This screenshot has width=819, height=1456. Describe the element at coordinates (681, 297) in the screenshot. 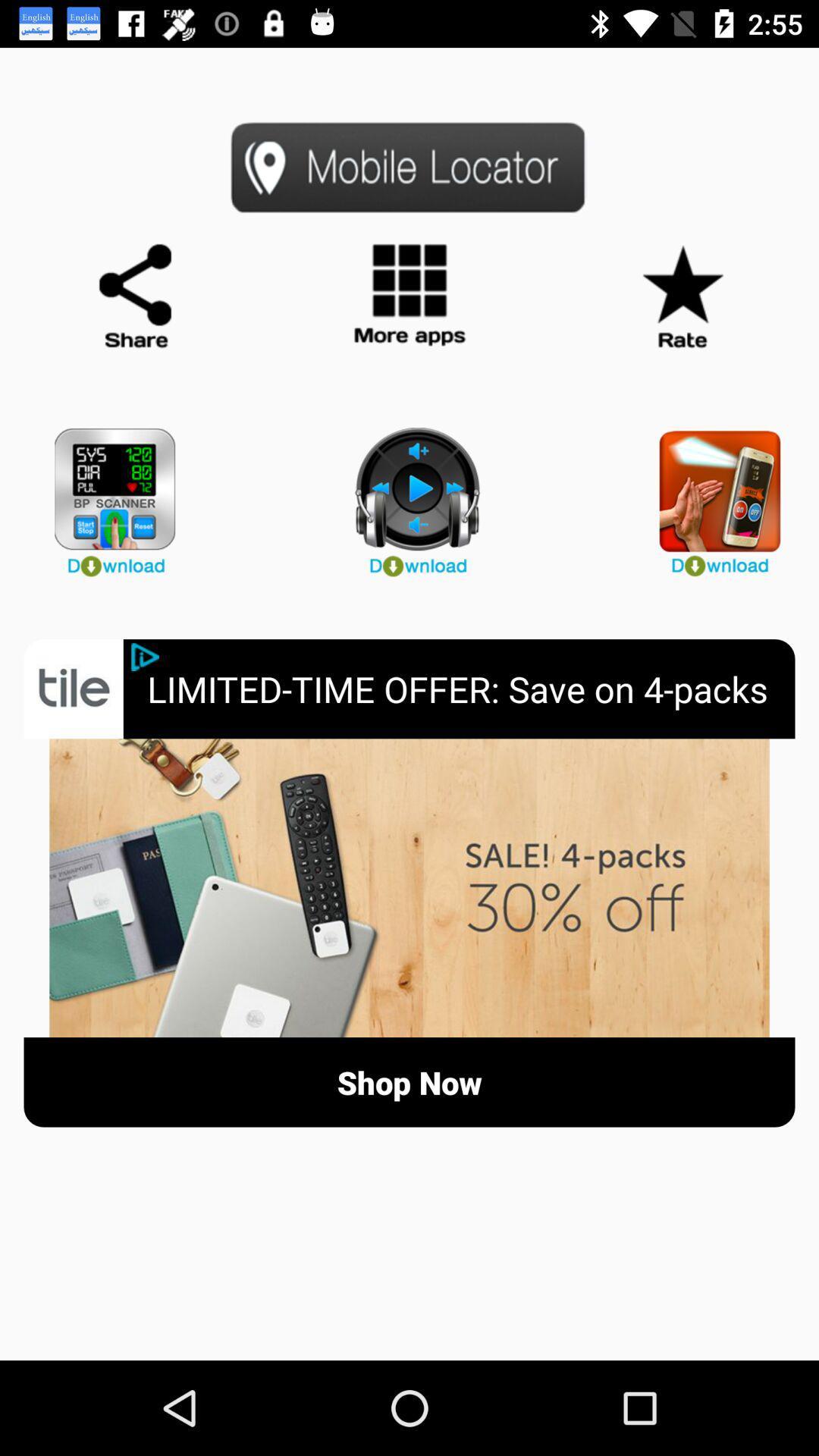

I see `a rating` at that location.